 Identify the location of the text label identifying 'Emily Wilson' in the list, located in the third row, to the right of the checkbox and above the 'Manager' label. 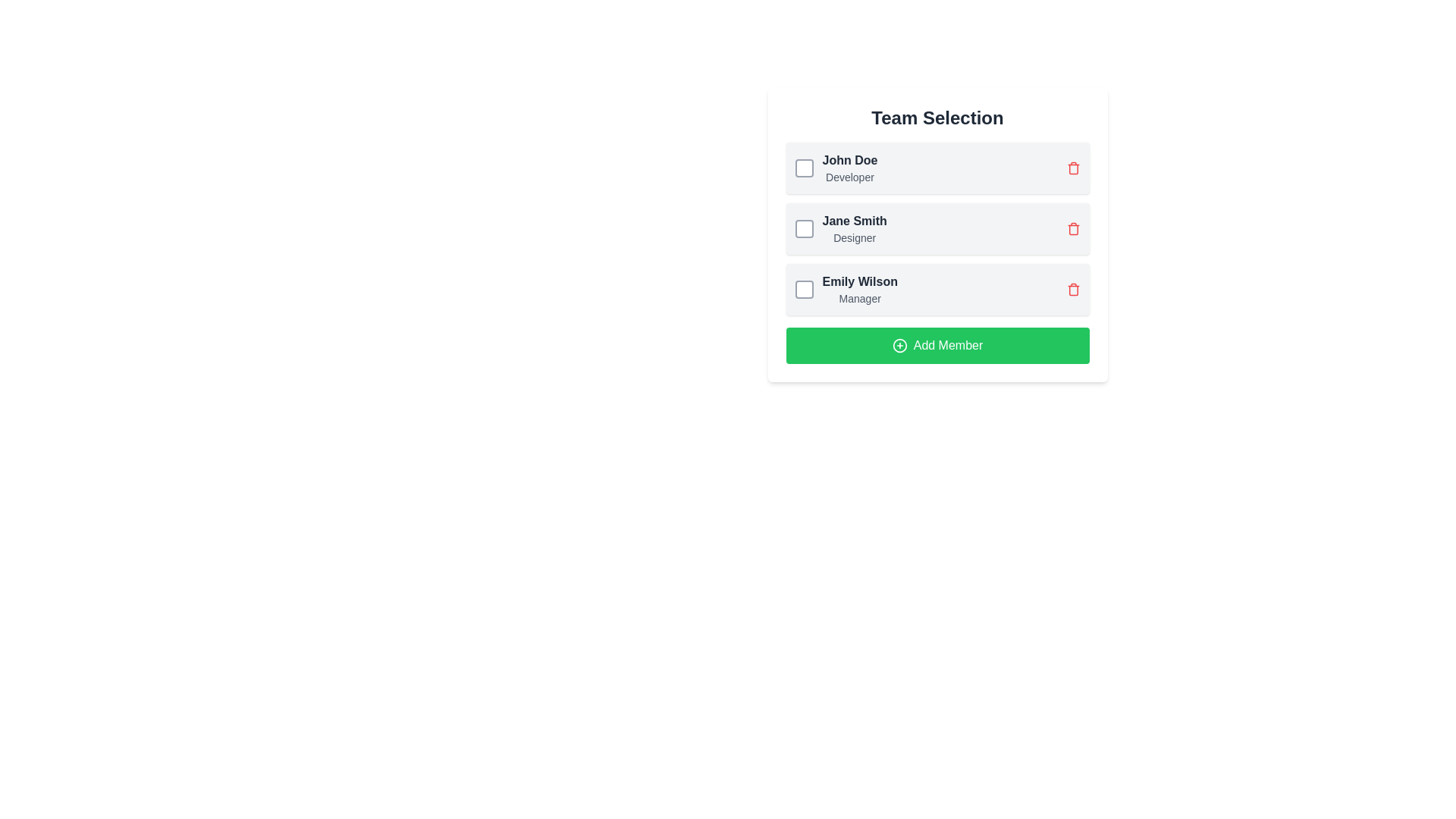
(860, 281).